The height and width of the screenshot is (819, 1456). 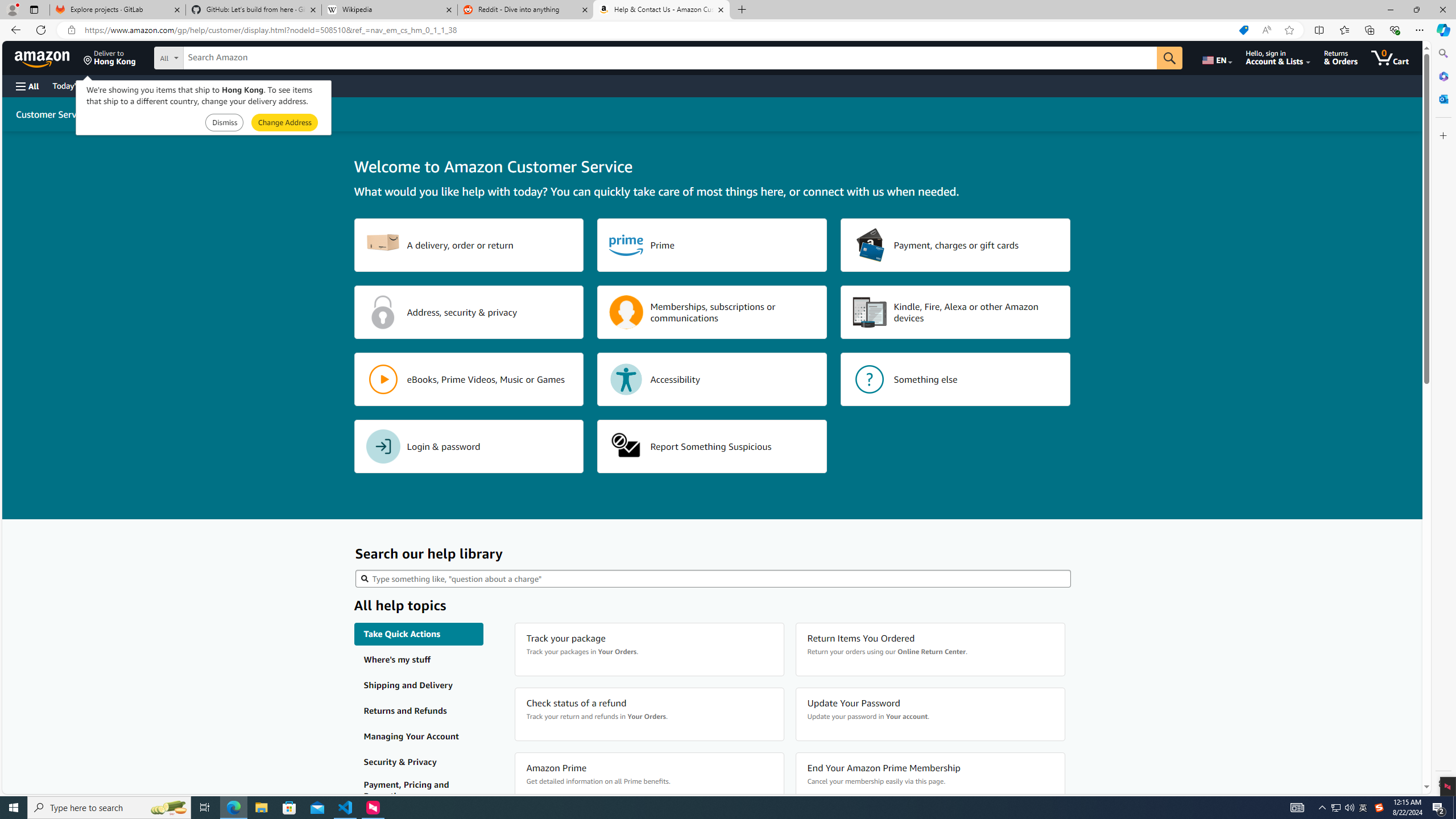 What do you see at coordinates (649, 779) in the screenshot?
I see `'Amazon Prime Get detailed information on all Prime benefits.'` at bounding box center [649, 779].